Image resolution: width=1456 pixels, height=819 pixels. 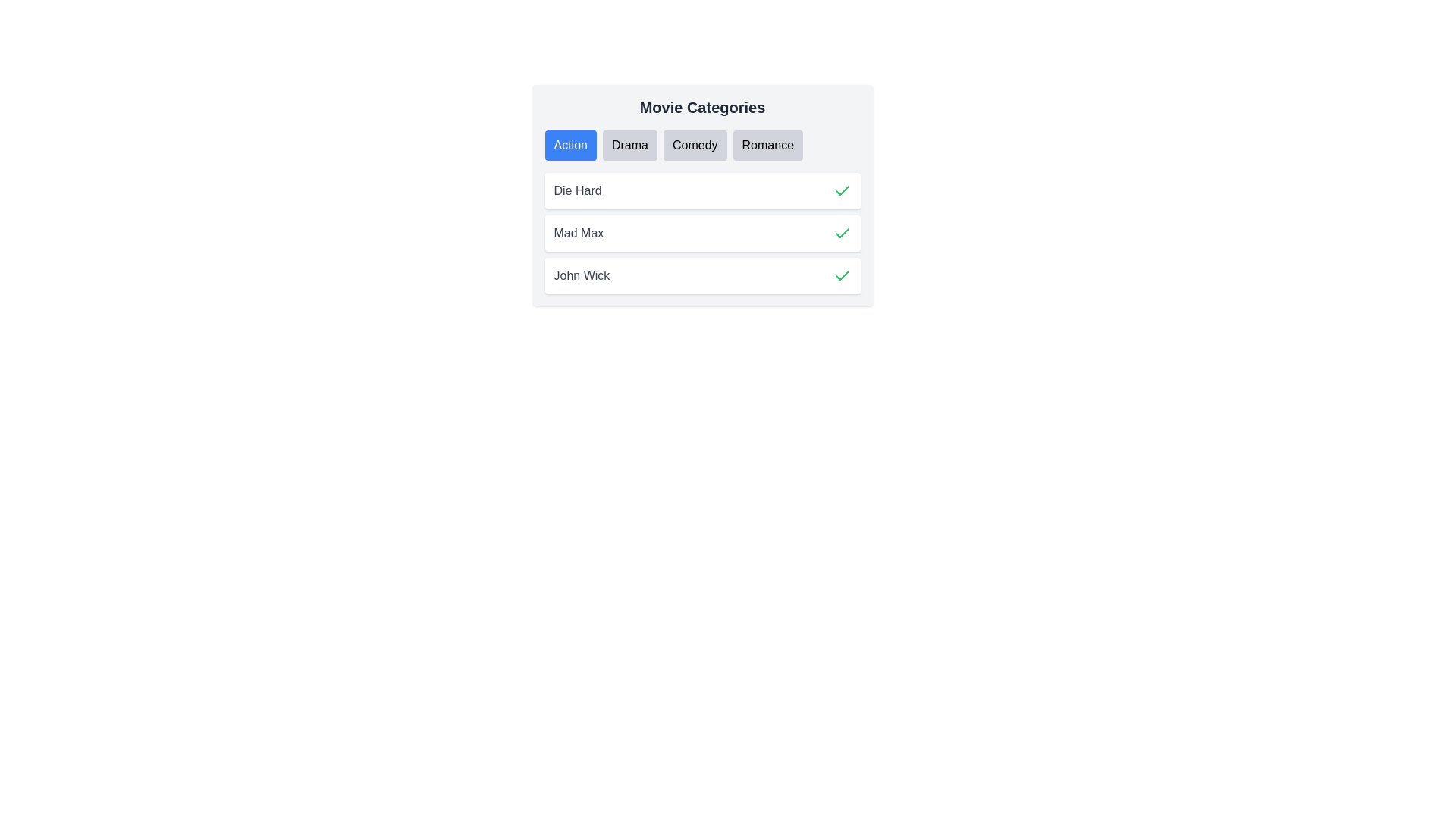 What do you see at coordinates (629, 146) in the screenshot?
I see `the 'Drama' button, which is a rectangular button with a light gray background and black text` at bounding box center [629, 146].